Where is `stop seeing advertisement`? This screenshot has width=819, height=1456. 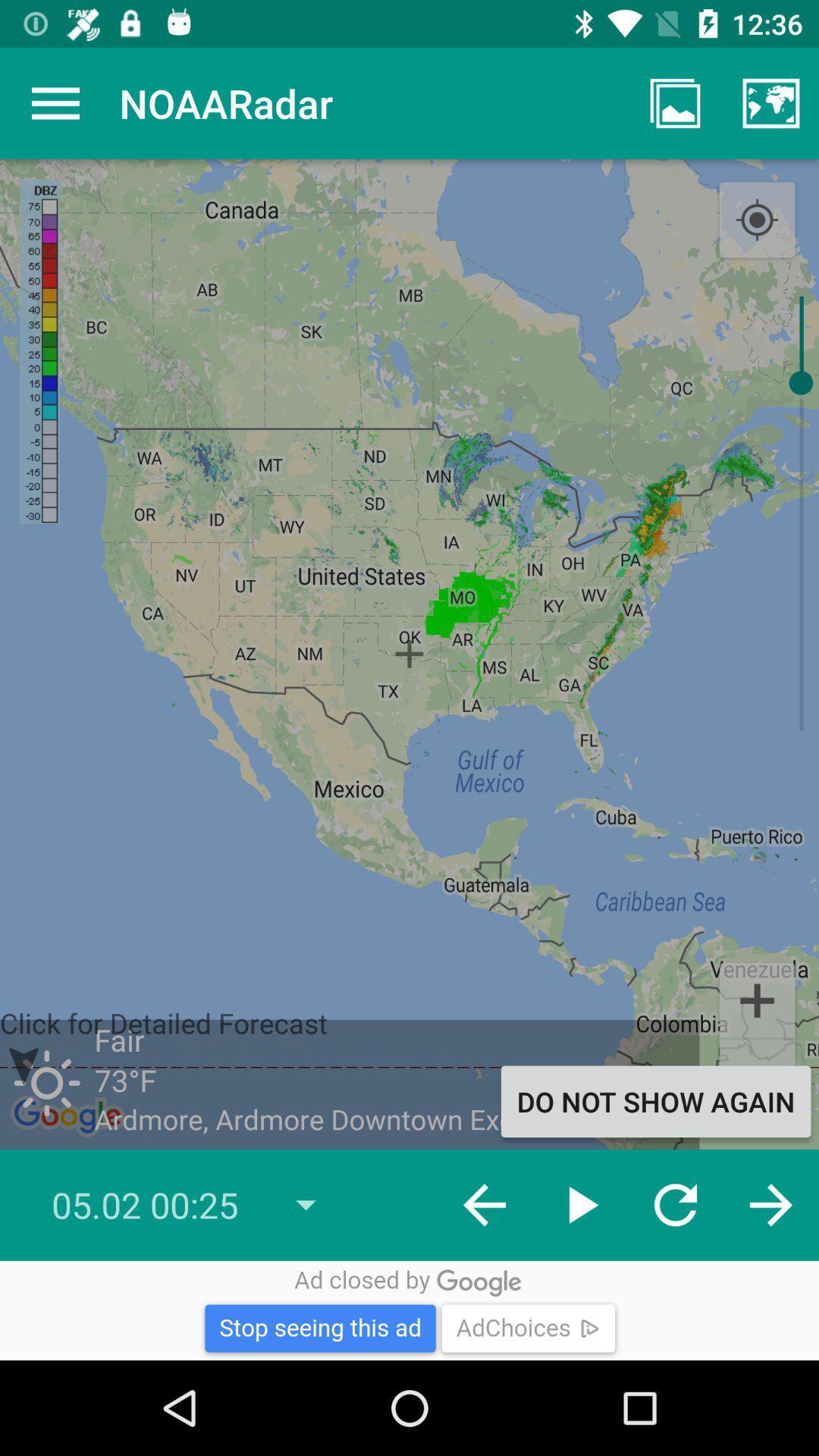
stop seeing advertisement is located at coordinates (409, 1310).